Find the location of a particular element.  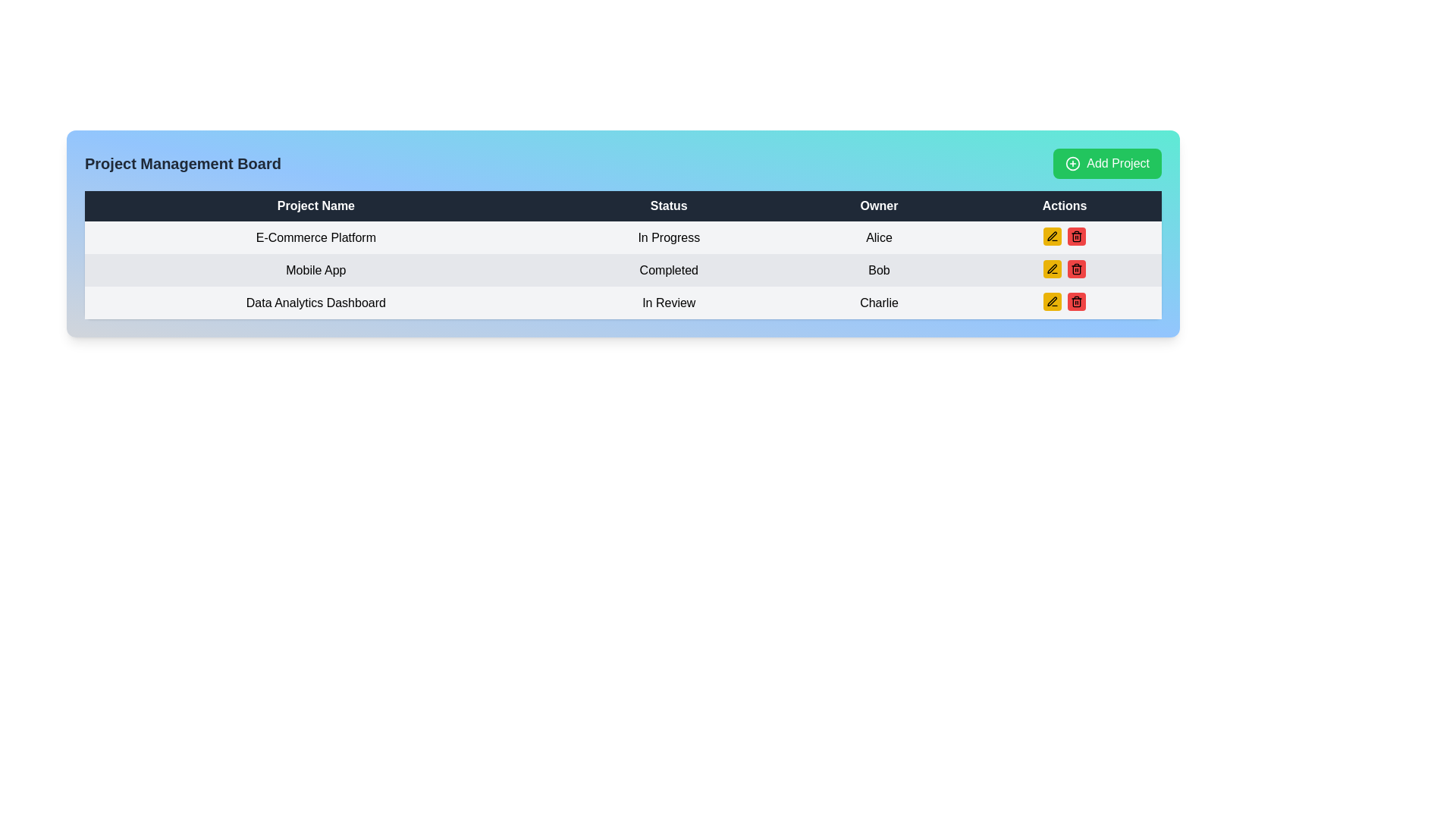

the 'Owner' column header in the table, which is the third column header located between 'Status' and 'Actions' is located at coordinates (879, 206).